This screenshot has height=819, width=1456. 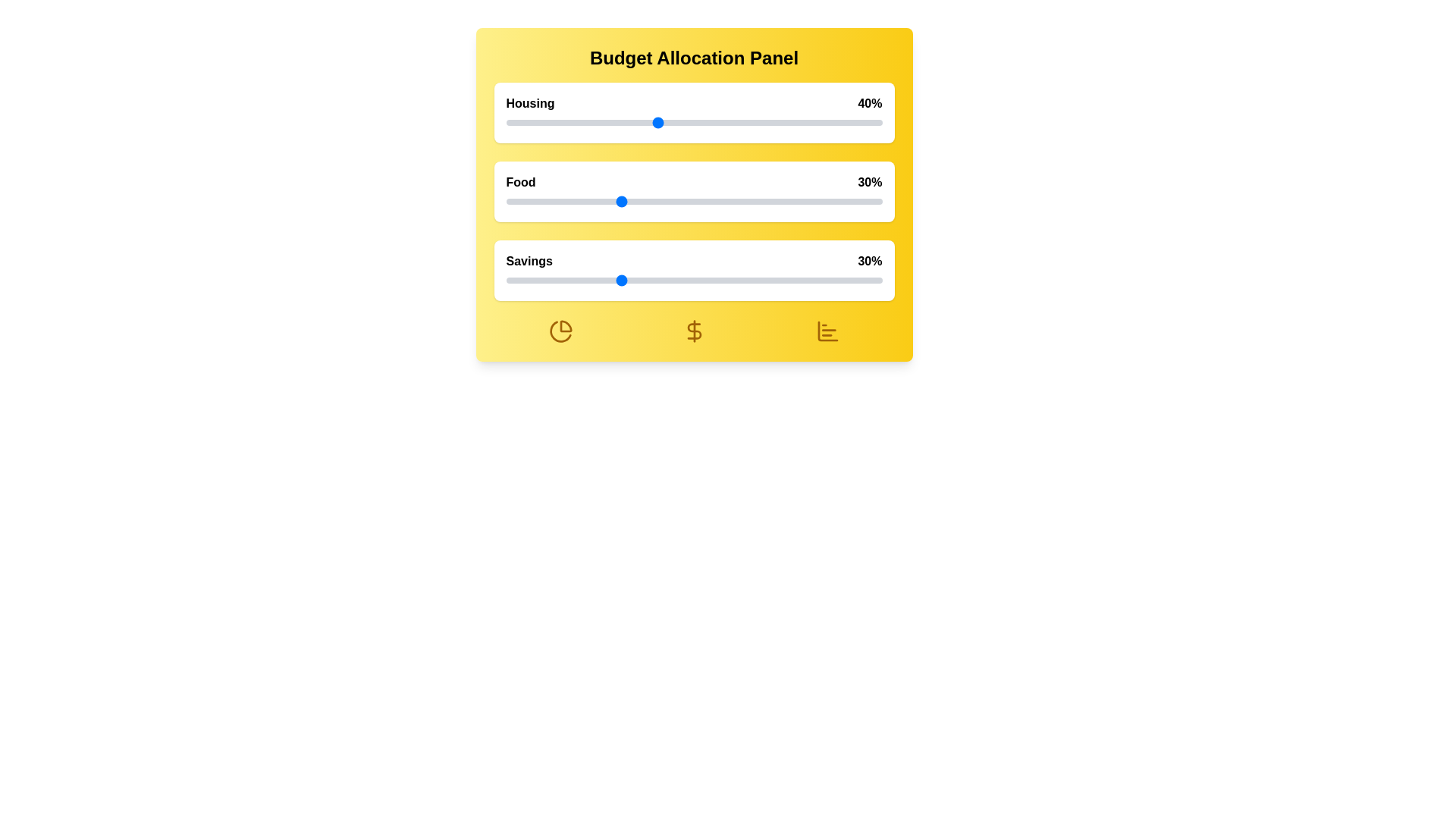 What do you see at coordinates (739, 281) in the screenshot?
I see `the savings percentage` at bounding box center [739, 281].